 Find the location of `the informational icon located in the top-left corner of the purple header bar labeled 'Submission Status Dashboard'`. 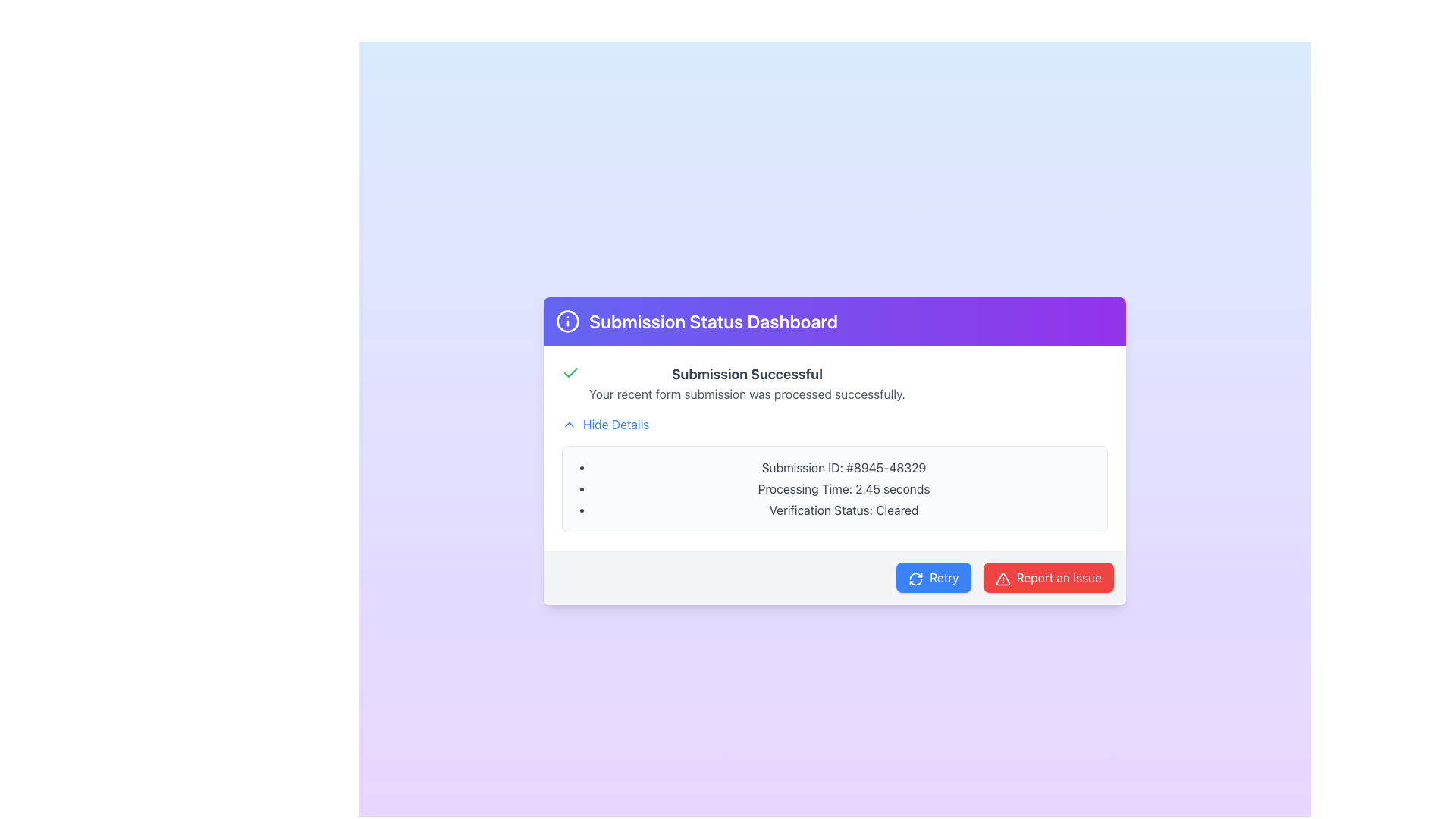

the informational icon located in the top-left corner of the purple header bar labeled 'Submission Status Dashboard' is located at coordinates (566, 321).